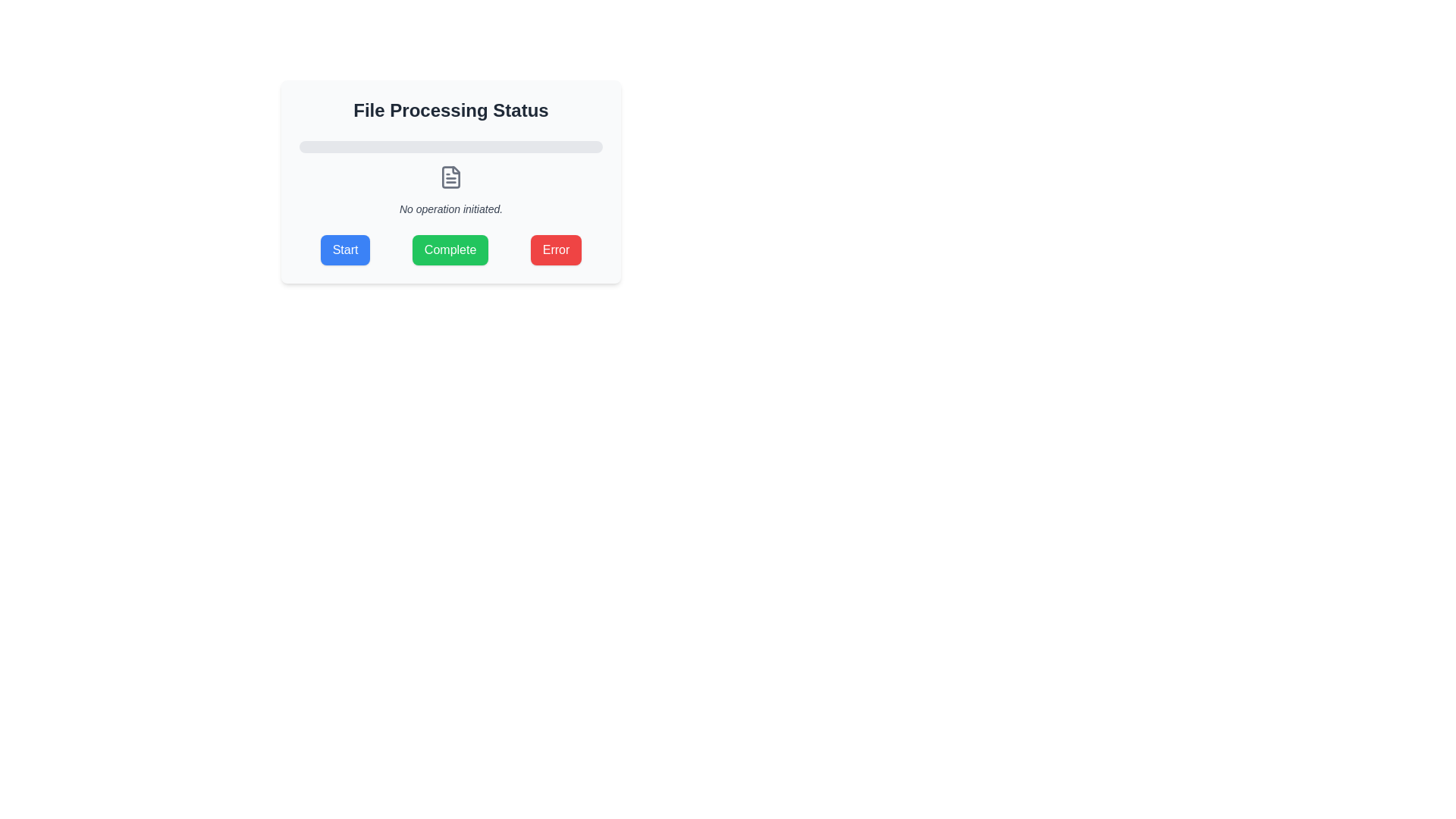 The height and width of the screenshot is (819, 1456). Describe the element at coordinates (450, 177) in the screenshot. I see `the file processing status icon located centrally below the progress bar, which indicates the document context related to the operation status` at that location.